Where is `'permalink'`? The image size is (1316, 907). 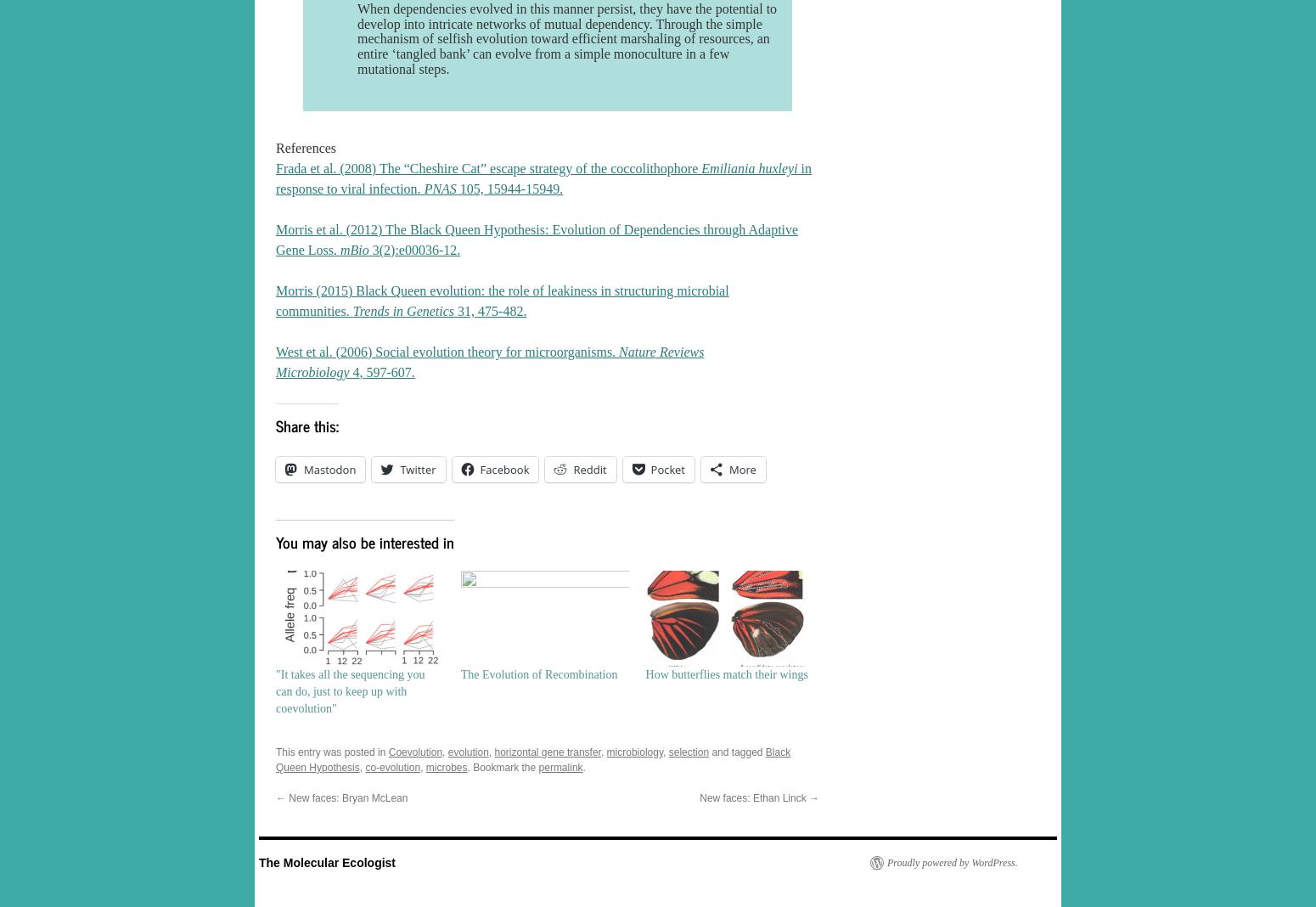
'permalink' is located at coordinates (559, 765).